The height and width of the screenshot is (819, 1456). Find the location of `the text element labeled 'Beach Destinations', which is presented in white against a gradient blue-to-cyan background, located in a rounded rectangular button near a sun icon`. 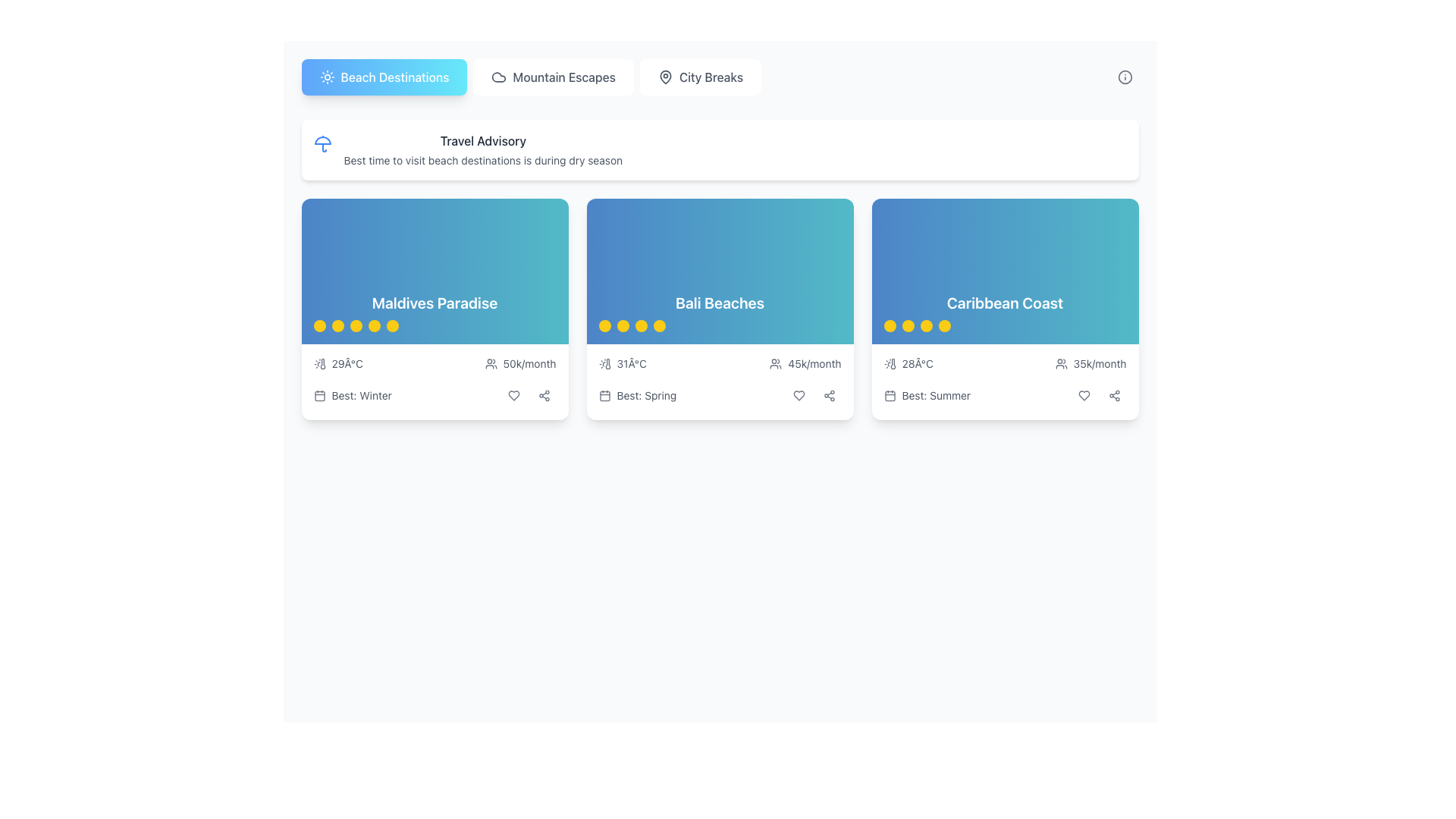

the text element labeled 'Beach Destinations', which is presented in white against a gradient blue-to-cyan background, located in a rounded rectangular button near a sun icon is located at coordinates (394, 77).